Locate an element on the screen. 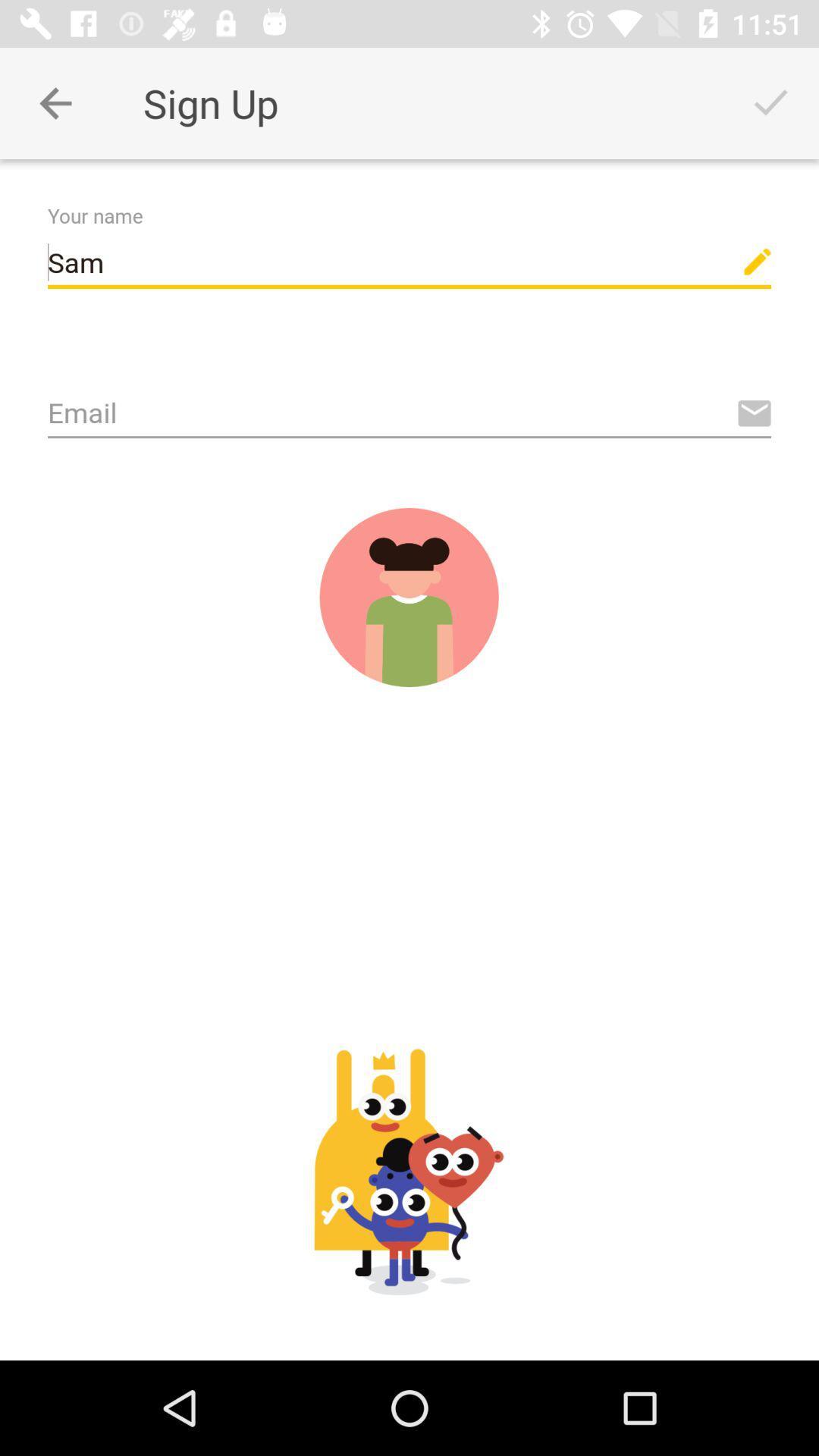  go back is located at coordinates (55, 102).